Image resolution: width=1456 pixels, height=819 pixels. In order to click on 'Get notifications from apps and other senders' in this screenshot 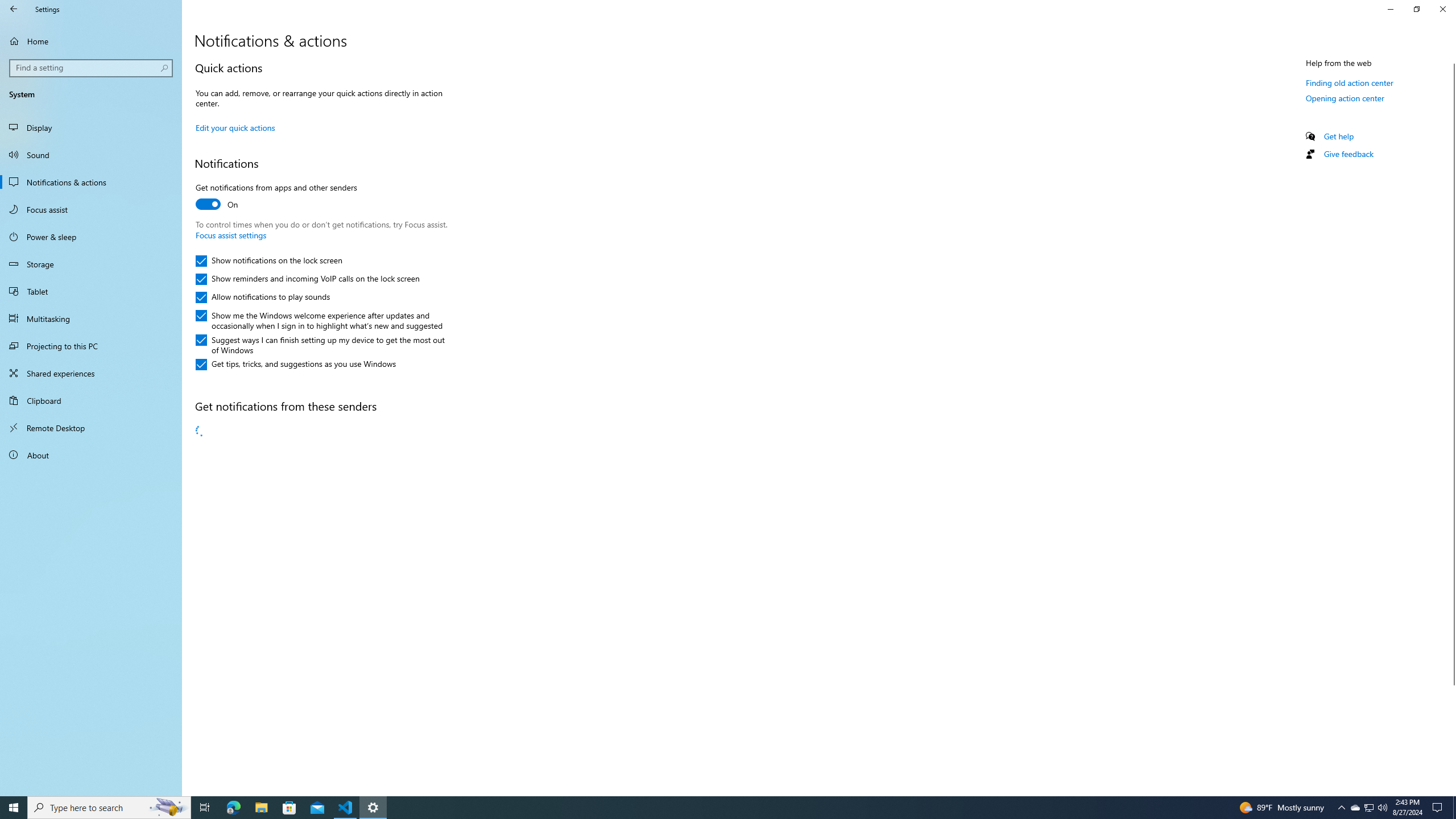, I will do `click(276, 197)`.